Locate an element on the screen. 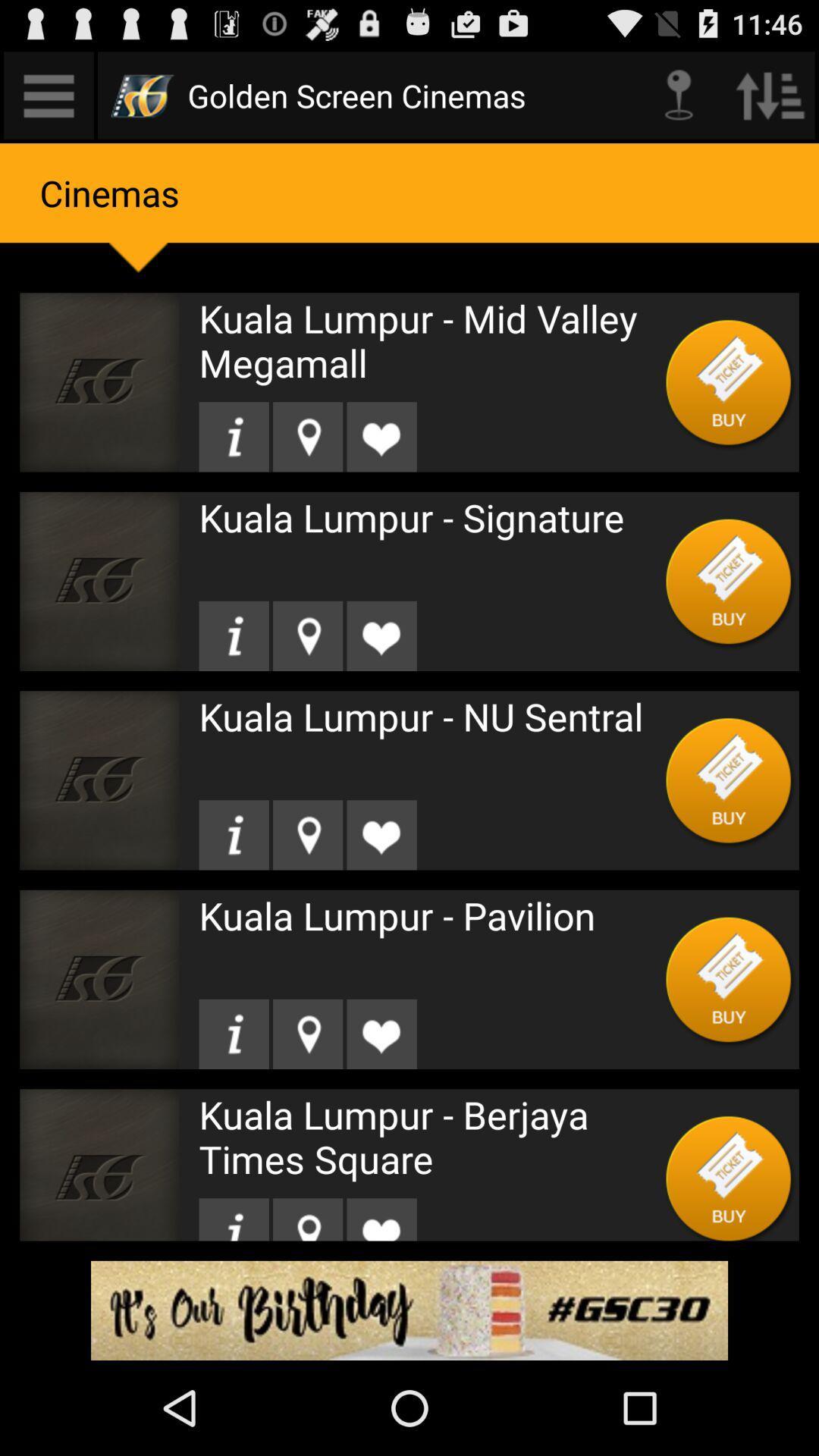 This screenshot has height=1456, width=819. heart the video is located at coordinates (381, 436).